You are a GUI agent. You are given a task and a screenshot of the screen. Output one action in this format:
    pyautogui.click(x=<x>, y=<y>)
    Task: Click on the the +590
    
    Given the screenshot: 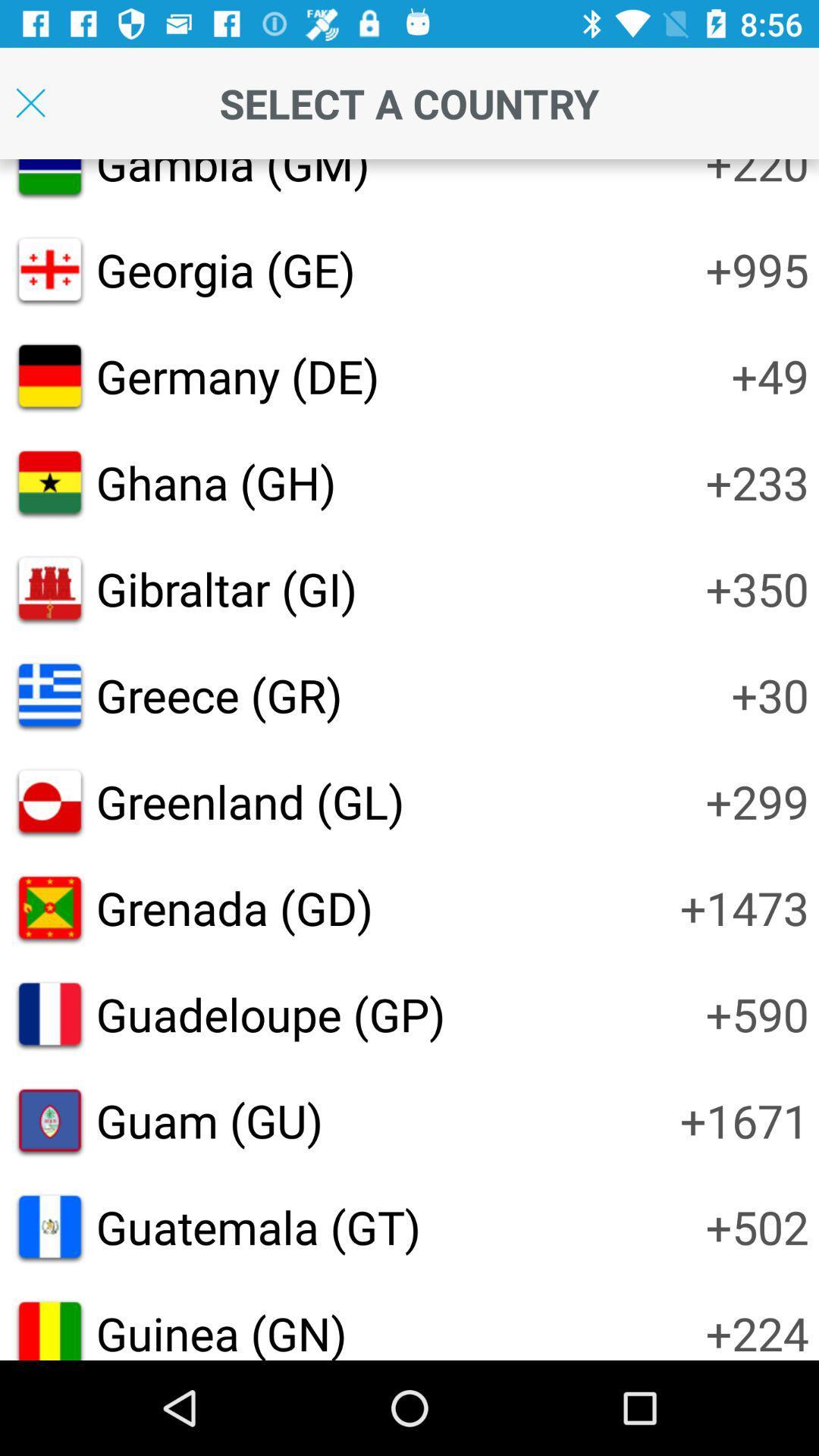 What is the action you would take?
    pyautogui.click(x=757, y=1014)
    